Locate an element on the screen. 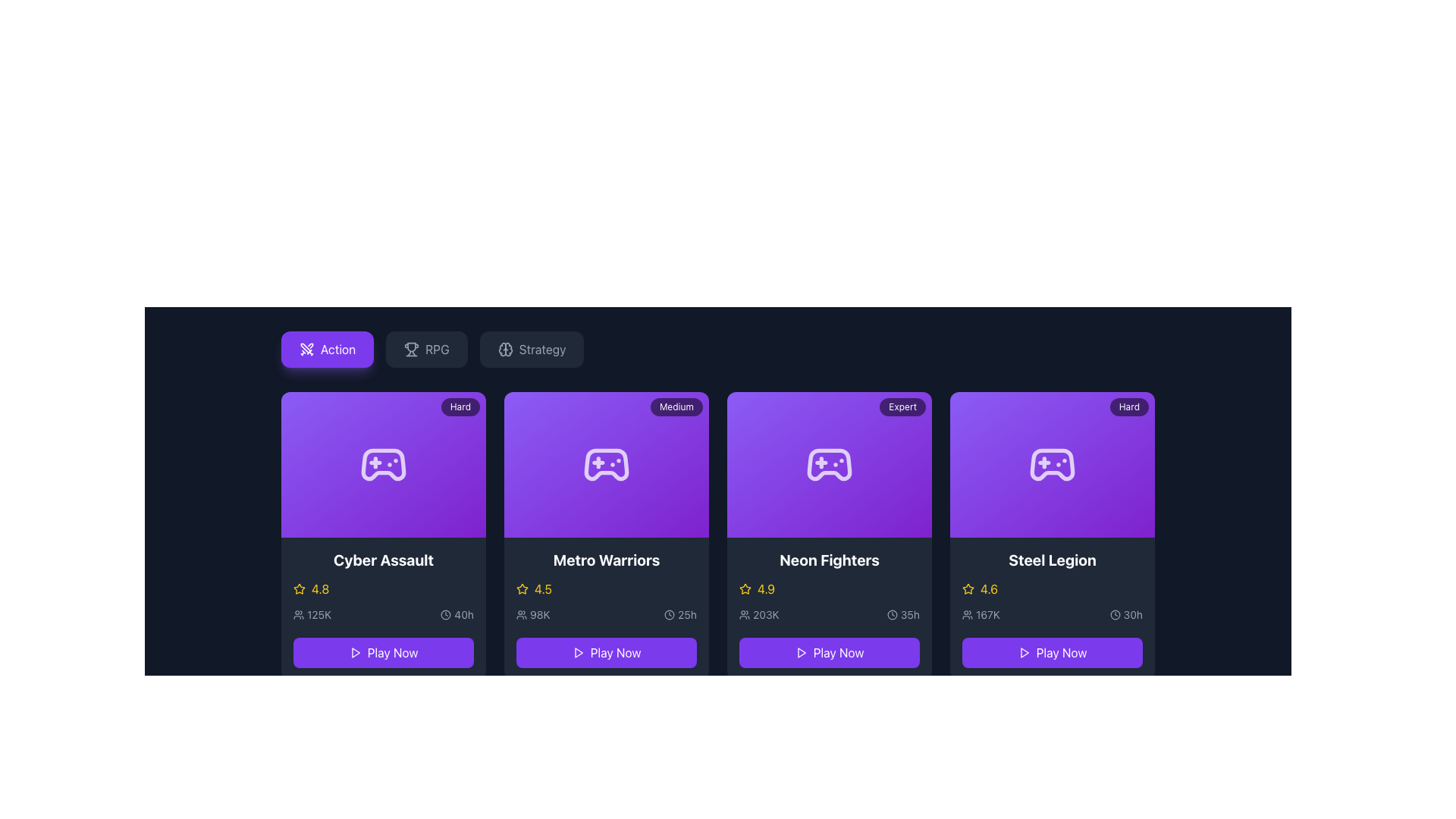 Image resolution: width=1456 pixels, height=819 pixels. the numerical rating '4.8' in the footer area of the 'Cyber Assault' card, which is the first card from the left, located next to the star icon is located at coordinates (319, 588).